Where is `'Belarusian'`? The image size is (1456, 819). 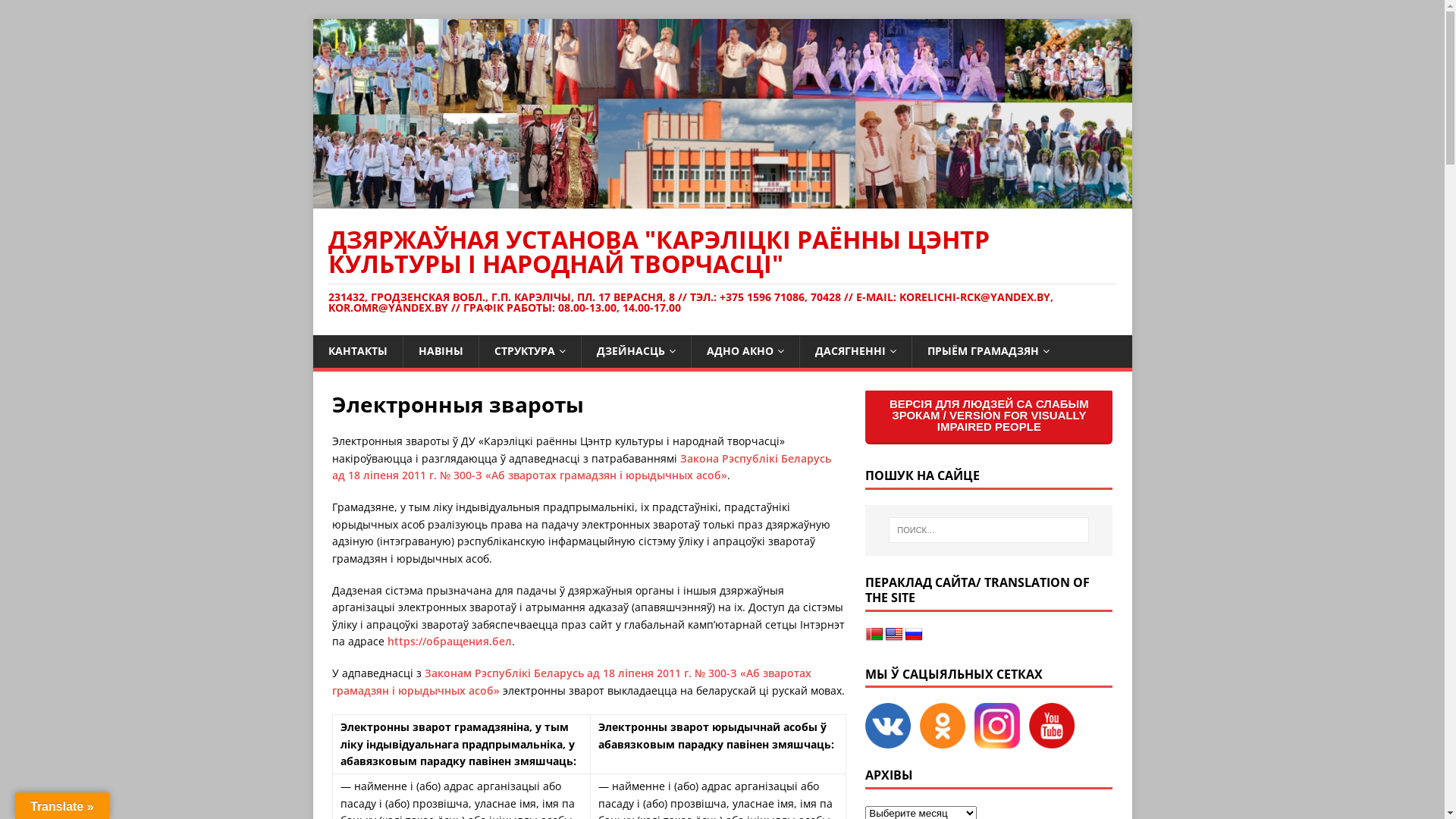
'Belarusian' is located at coordinates (874, 635).